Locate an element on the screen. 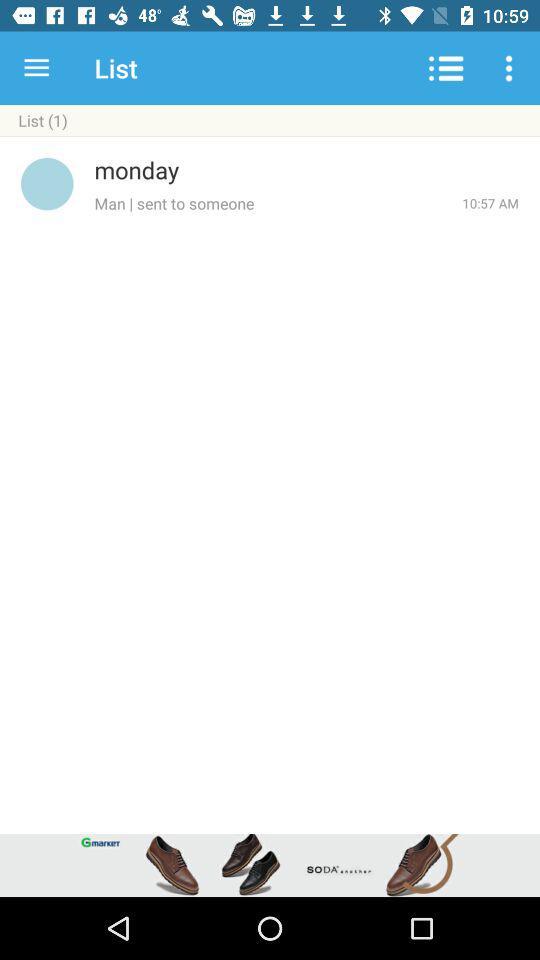 Image resolution: width=540 pixels, height=960 pixels. the monday icon is located at coordinates (306, 169).